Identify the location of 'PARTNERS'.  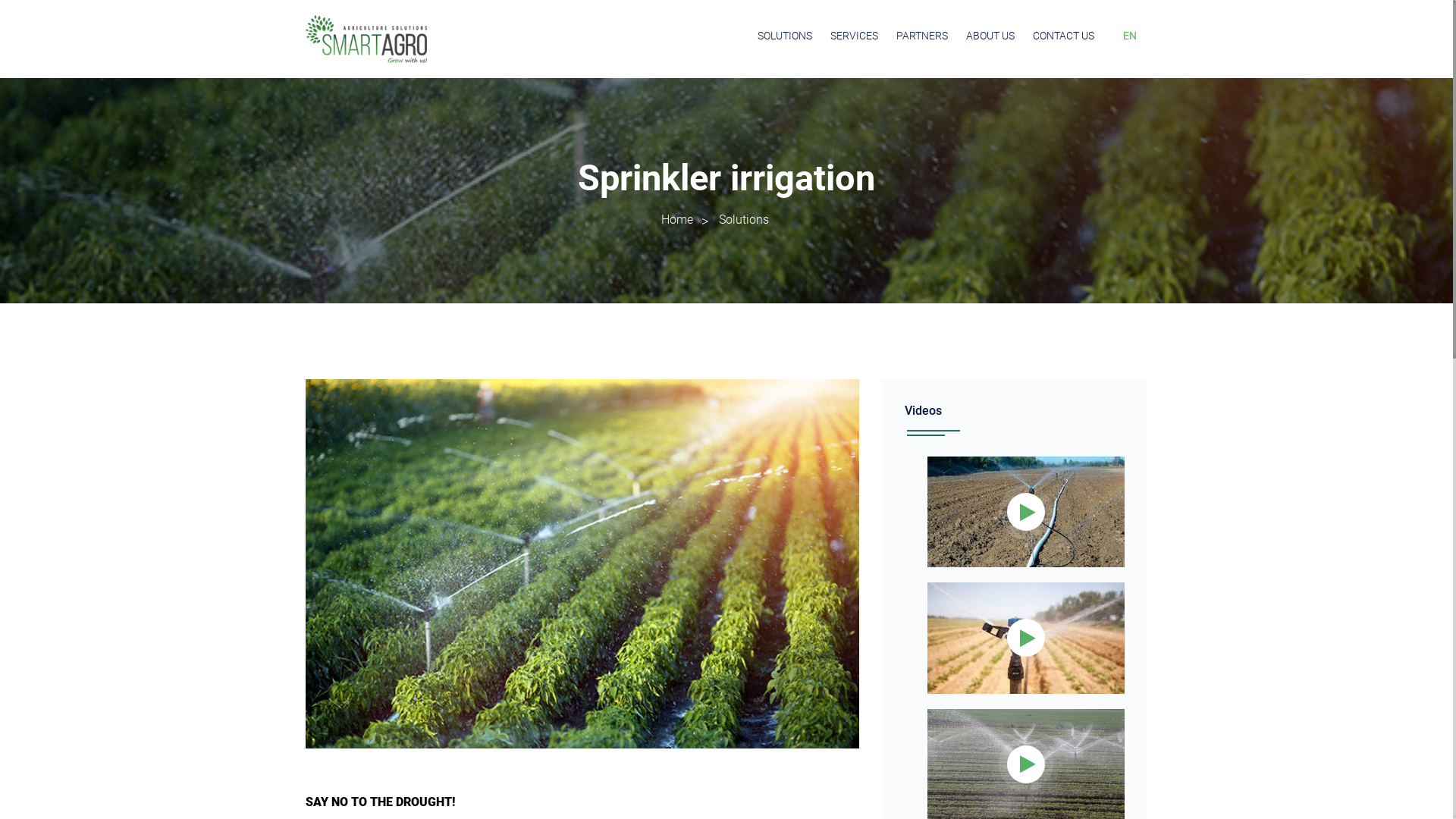
(921, 34).